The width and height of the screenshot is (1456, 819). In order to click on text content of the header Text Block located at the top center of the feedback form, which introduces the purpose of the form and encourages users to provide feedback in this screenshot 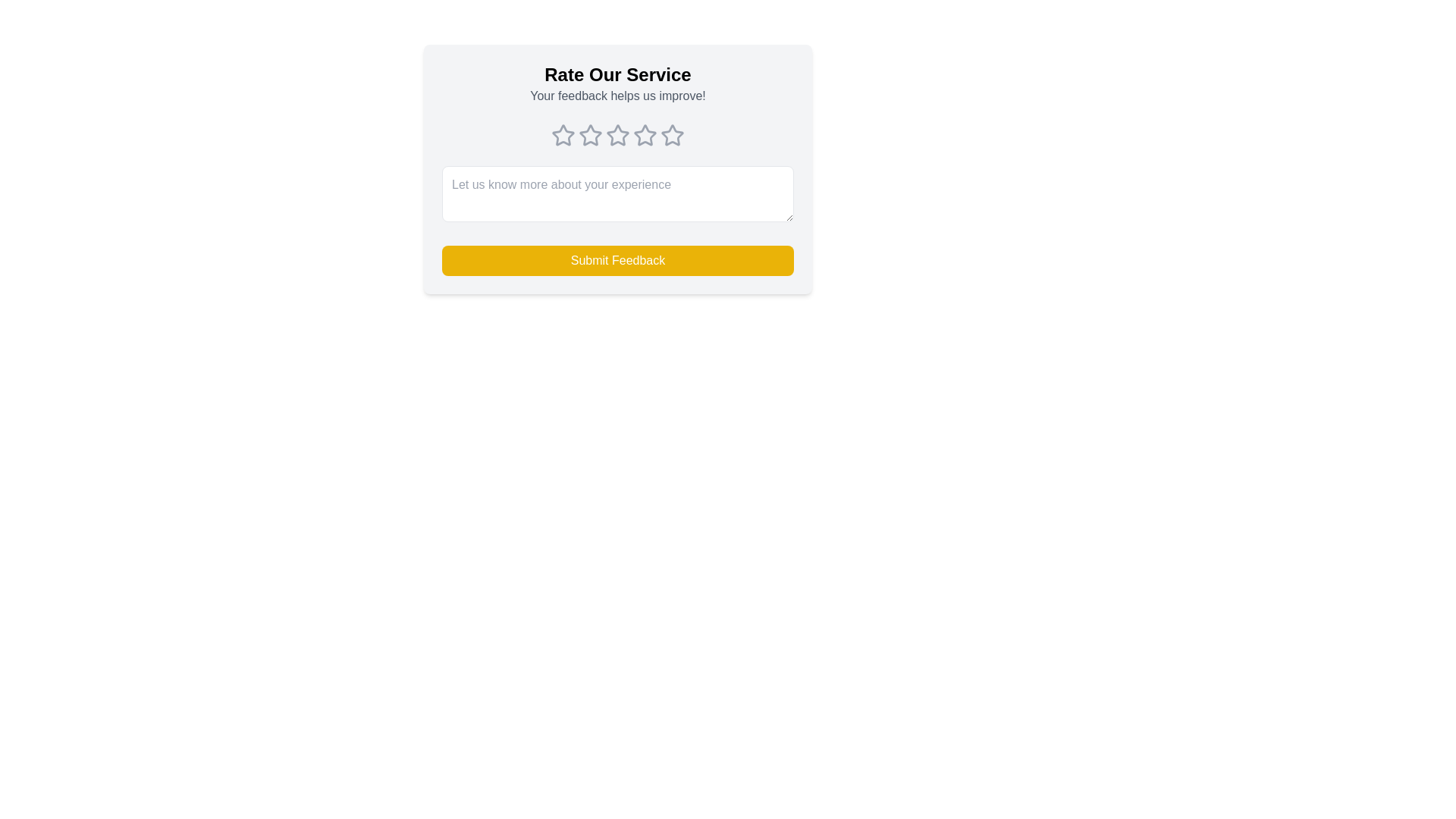, I will do `click(618, 84)`.